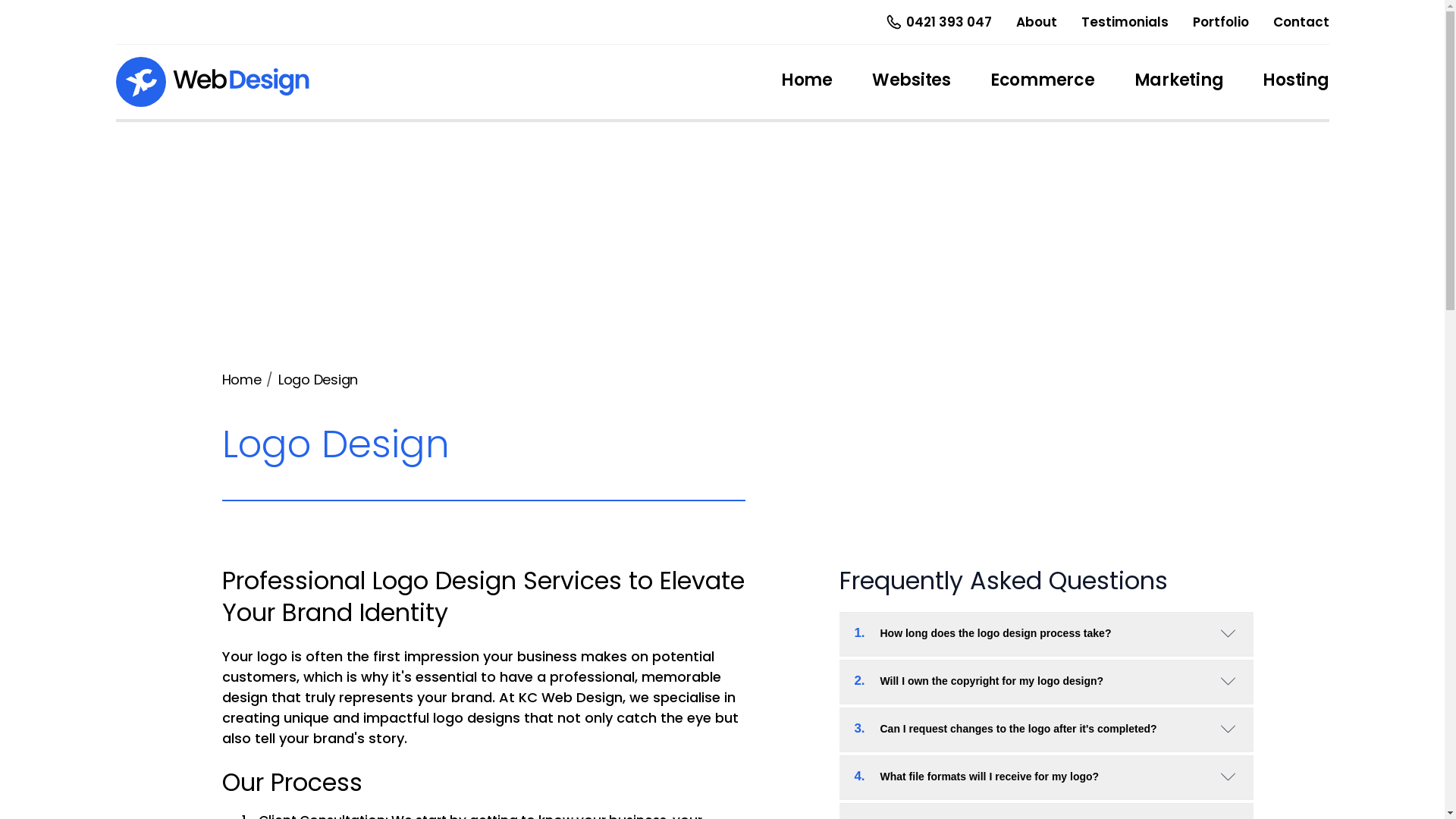  Describe the element at coordinates (1125, 21) in the screenshot. I see `'Testimonials'` at that location.